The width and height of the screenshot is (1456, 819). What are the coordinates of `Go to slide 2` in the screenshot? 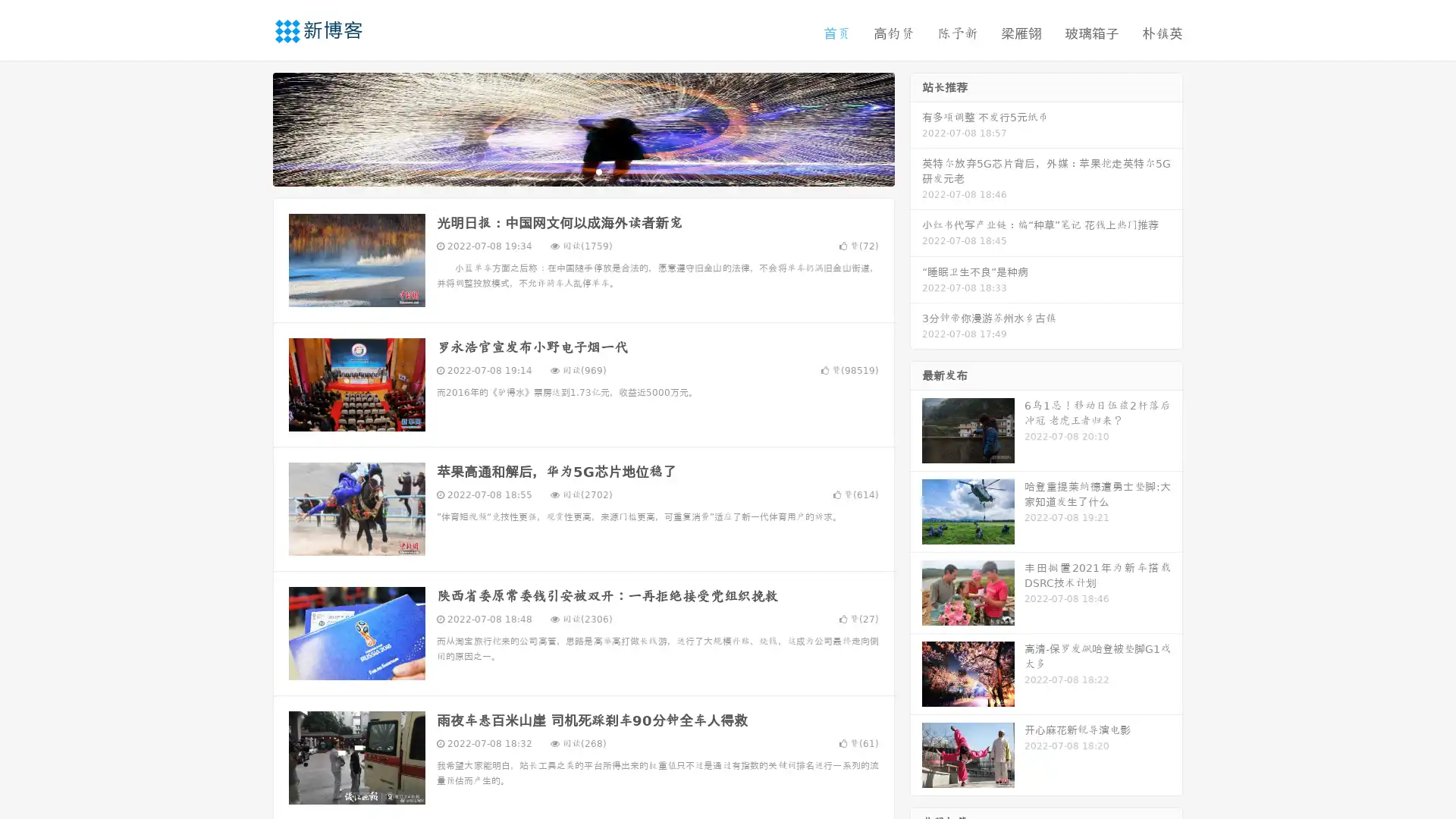 It's located at (582, 171).